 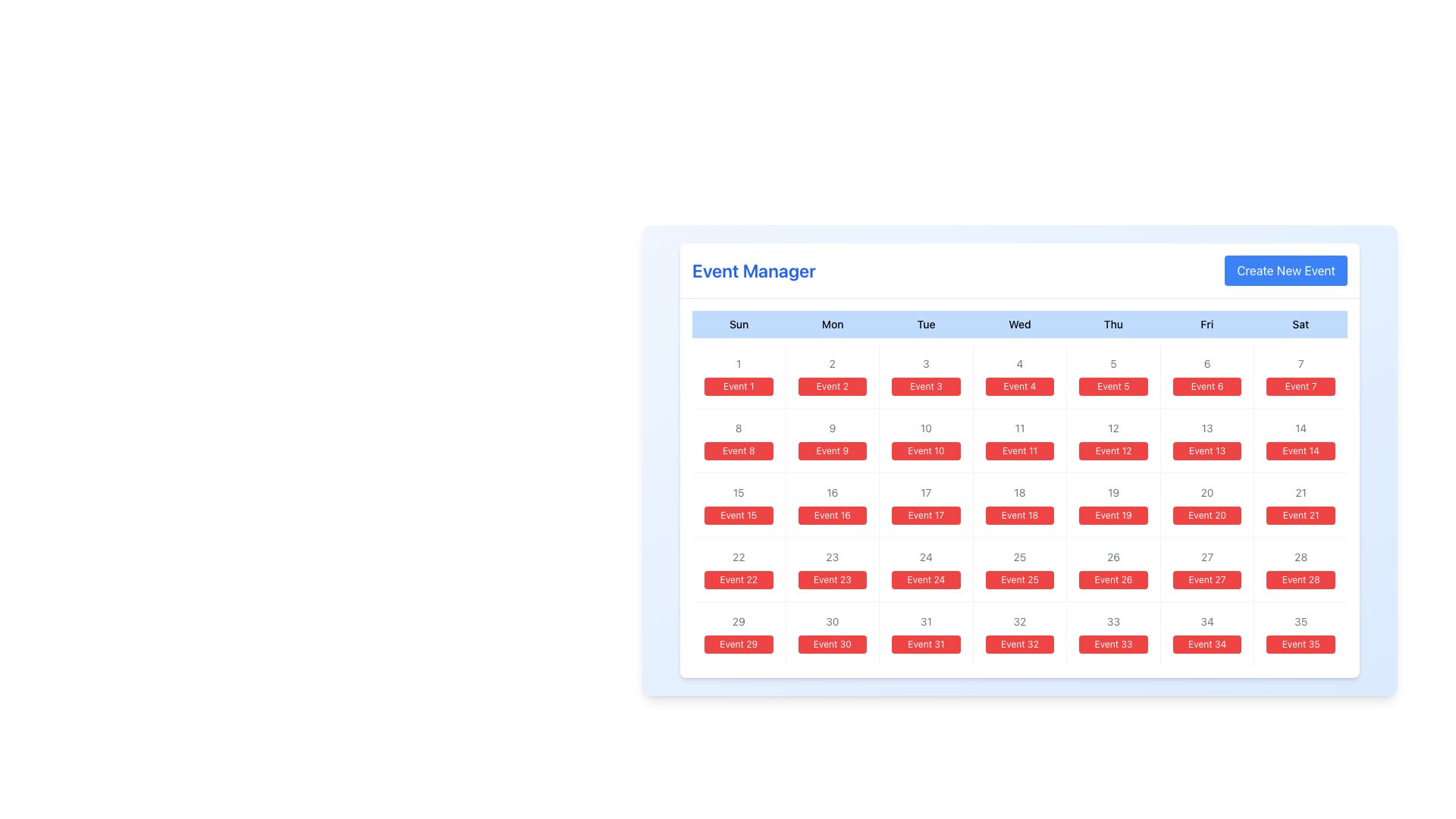 I want to click on the content of the 'Thursday' column label in the calendar header, which is the fifth item in a horizontal sequence of seven days, so click(x=1113, y=324).